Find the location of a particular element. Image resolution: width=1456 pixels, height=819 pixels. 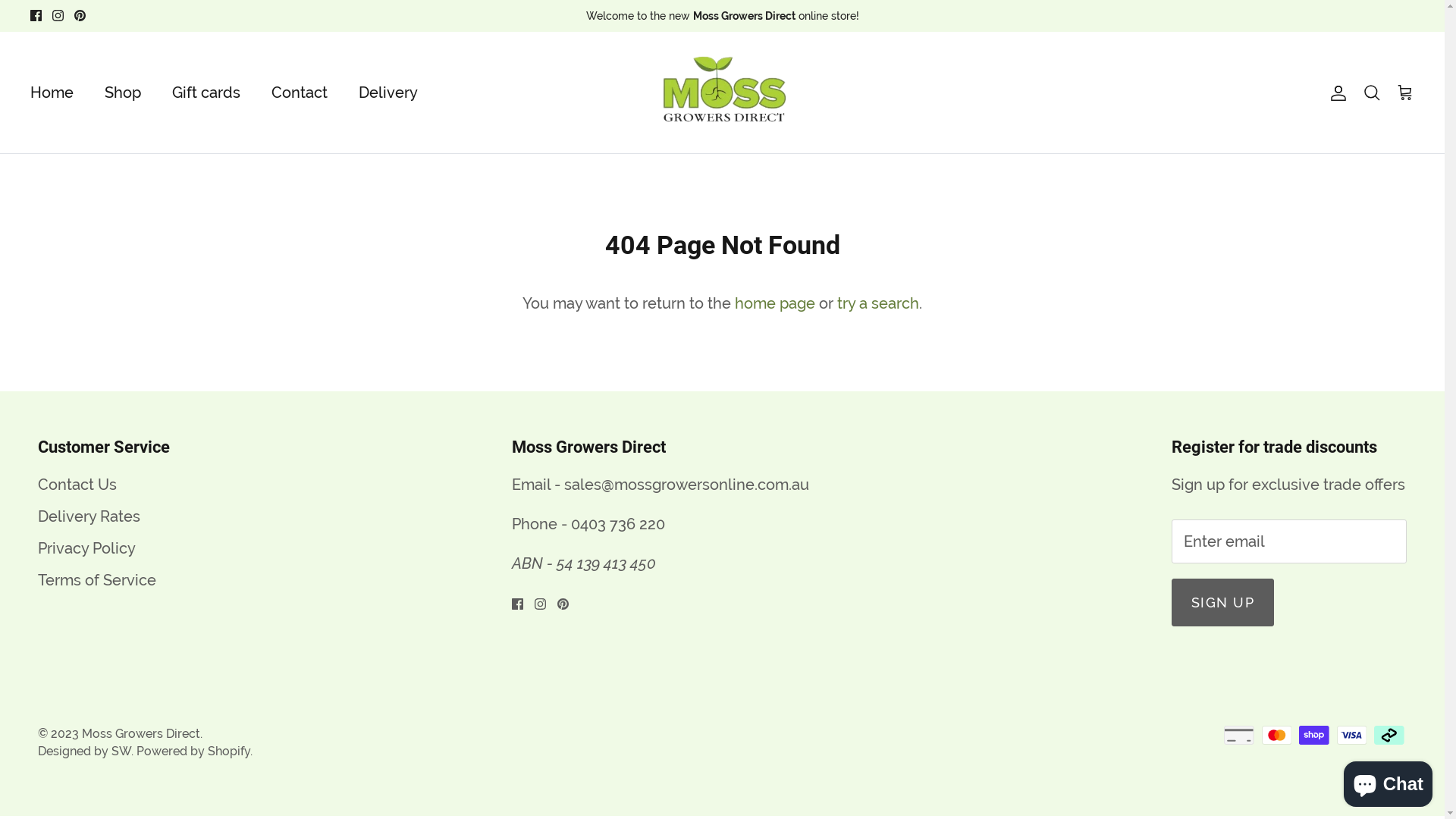

'Facebook' is located at coordinates (36, 15).